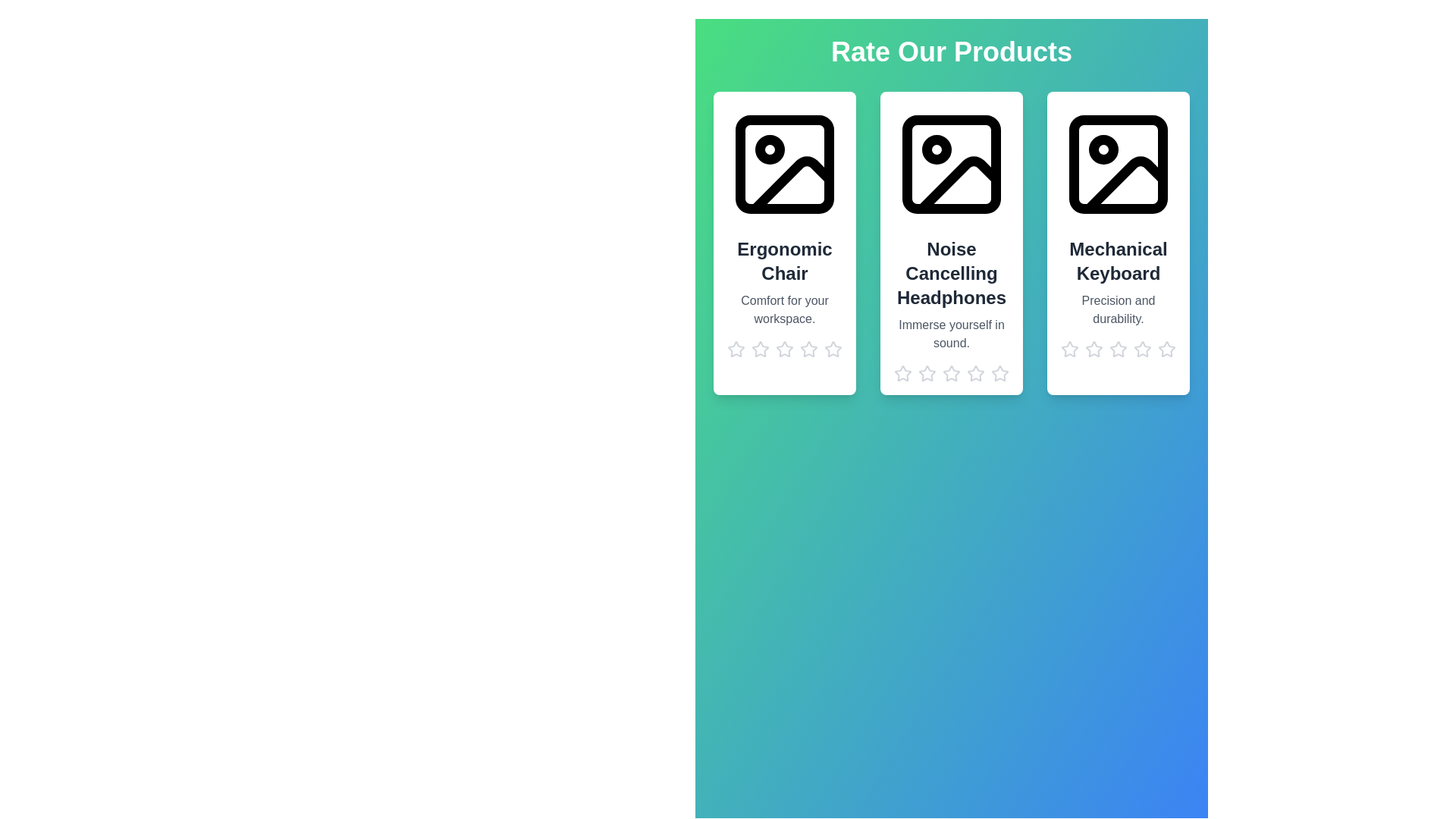  Describe the element at coordinates (785, 242) in the screenshot. I see `the product card to view its details` at that location.